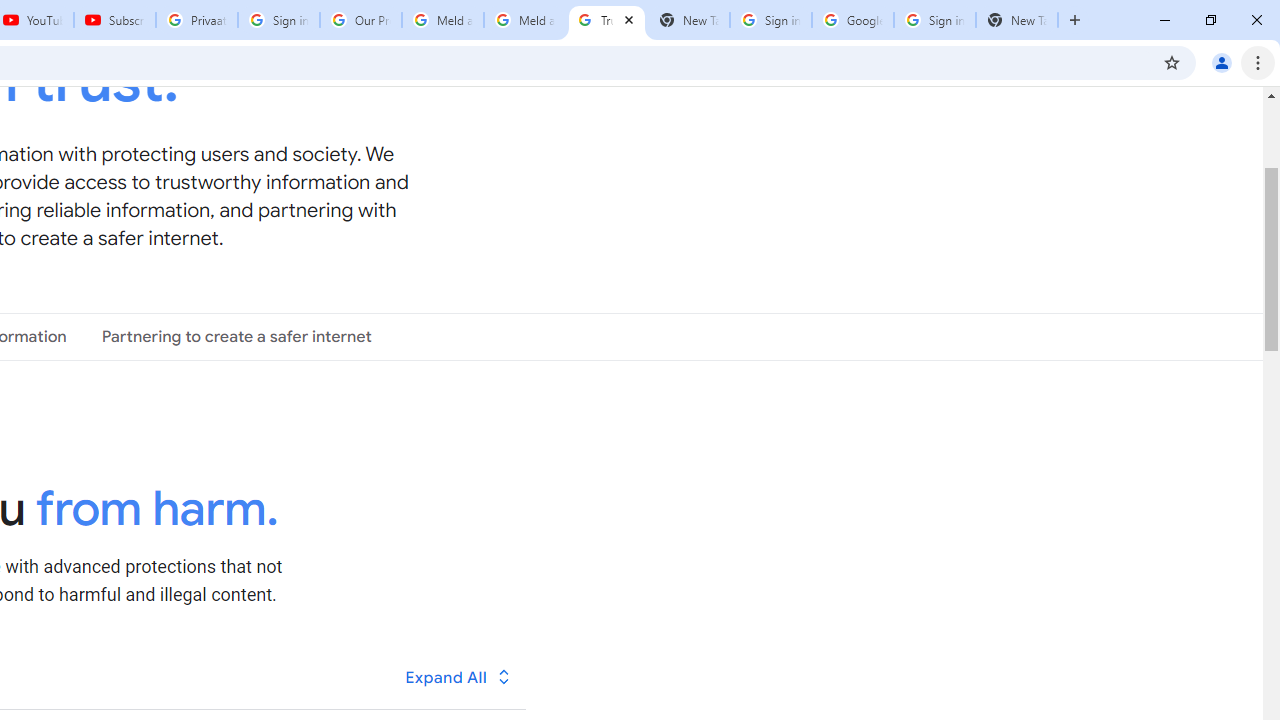 Image resolution: width=1280 pixels, height=720 pixels. Describe the element at coordinates (458, 676) in the screenshot. I see `'Expand All'` at that location.